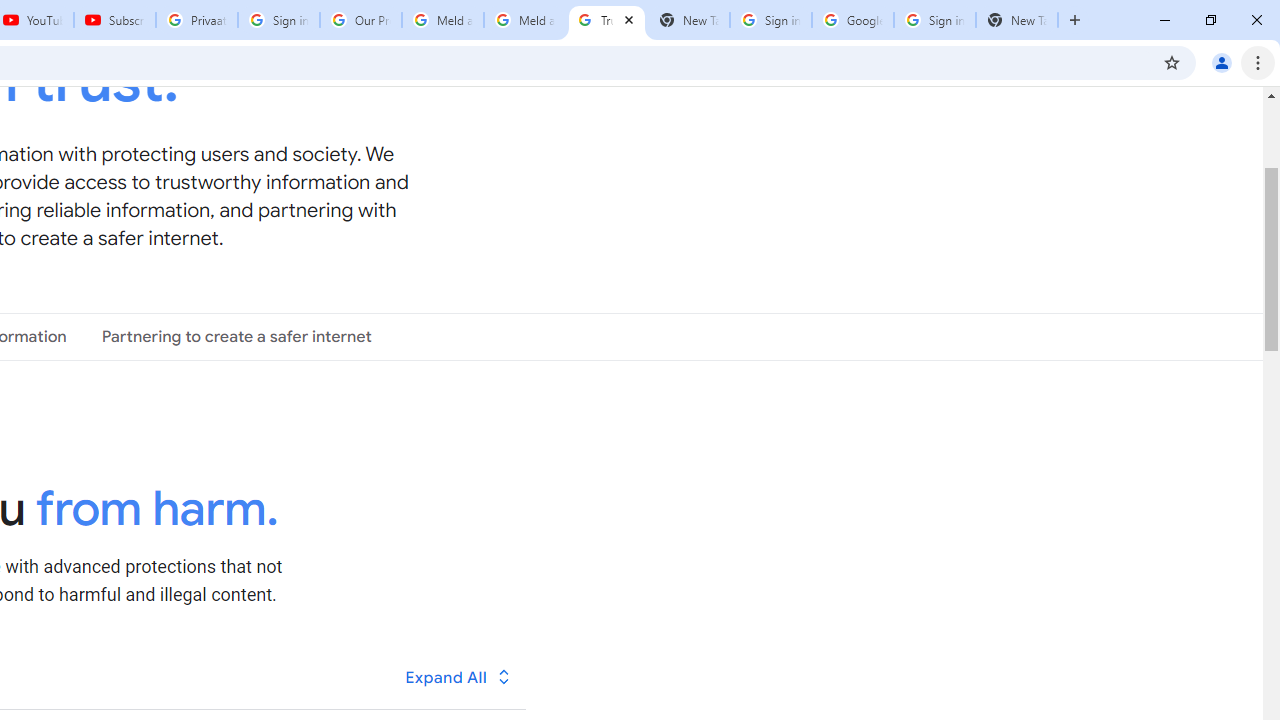 Image resolution: width=1280 pixels, height=720 pixels. Describe the element at coordinates (458, 676) in the screenshot. I see `'Expand All'` at that location.